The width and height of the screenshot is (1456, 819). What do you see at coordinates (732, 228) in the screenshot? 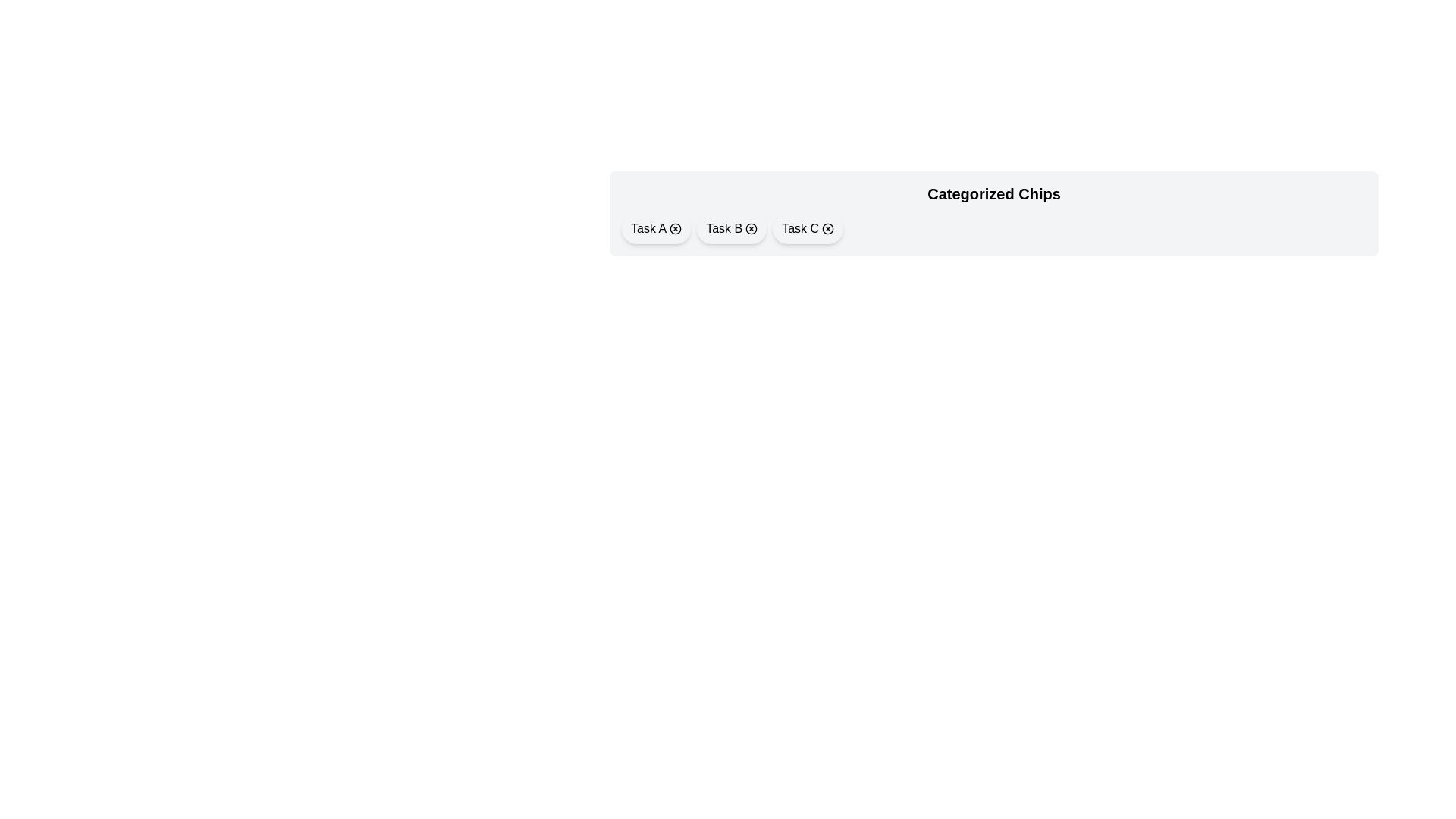
I see `the chip labeled Task B to toggle its selection state` at bounding box center [732, 228].